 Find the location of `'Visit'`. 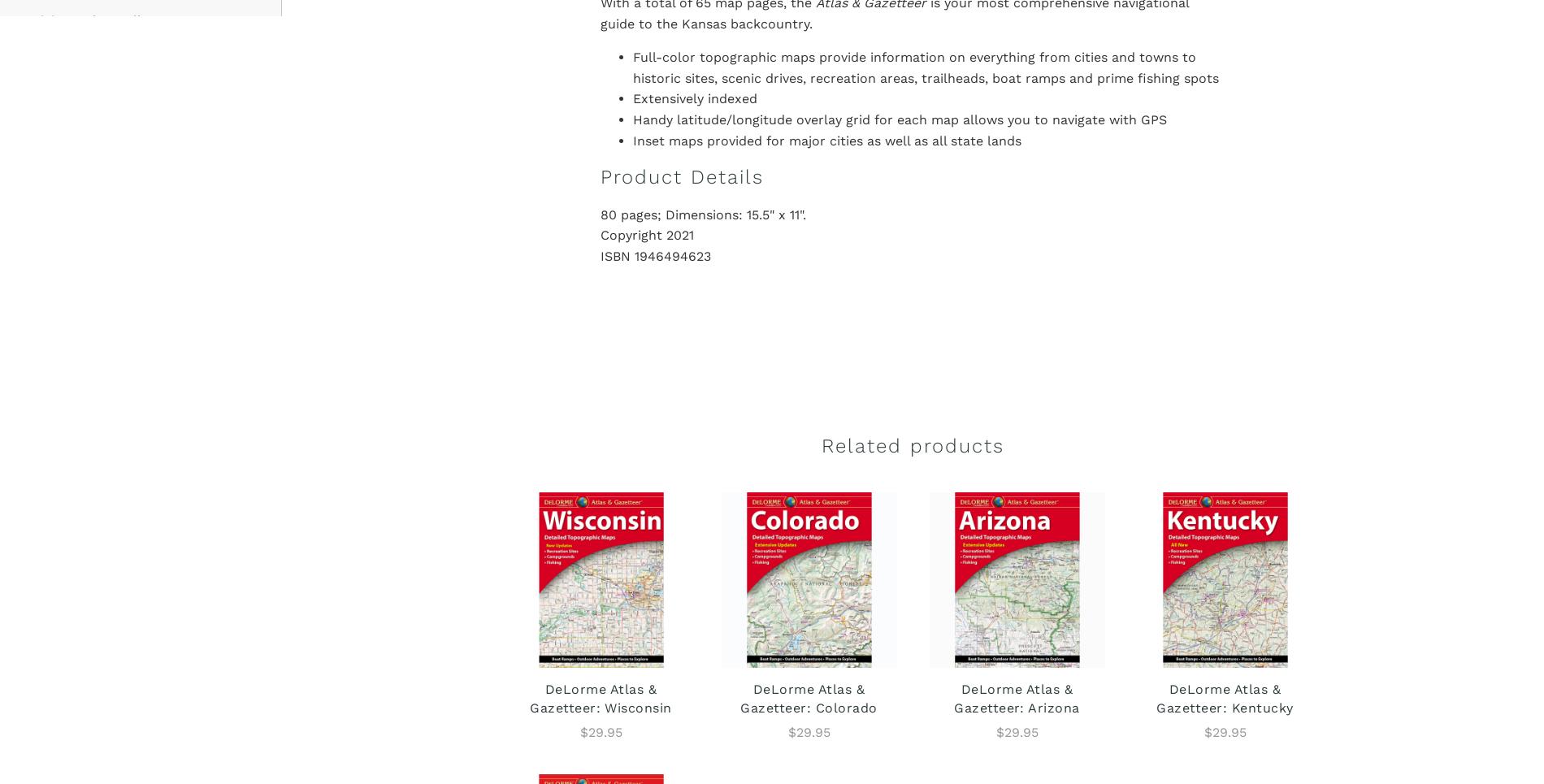

'Visit' is located at coordinates (49, 19).